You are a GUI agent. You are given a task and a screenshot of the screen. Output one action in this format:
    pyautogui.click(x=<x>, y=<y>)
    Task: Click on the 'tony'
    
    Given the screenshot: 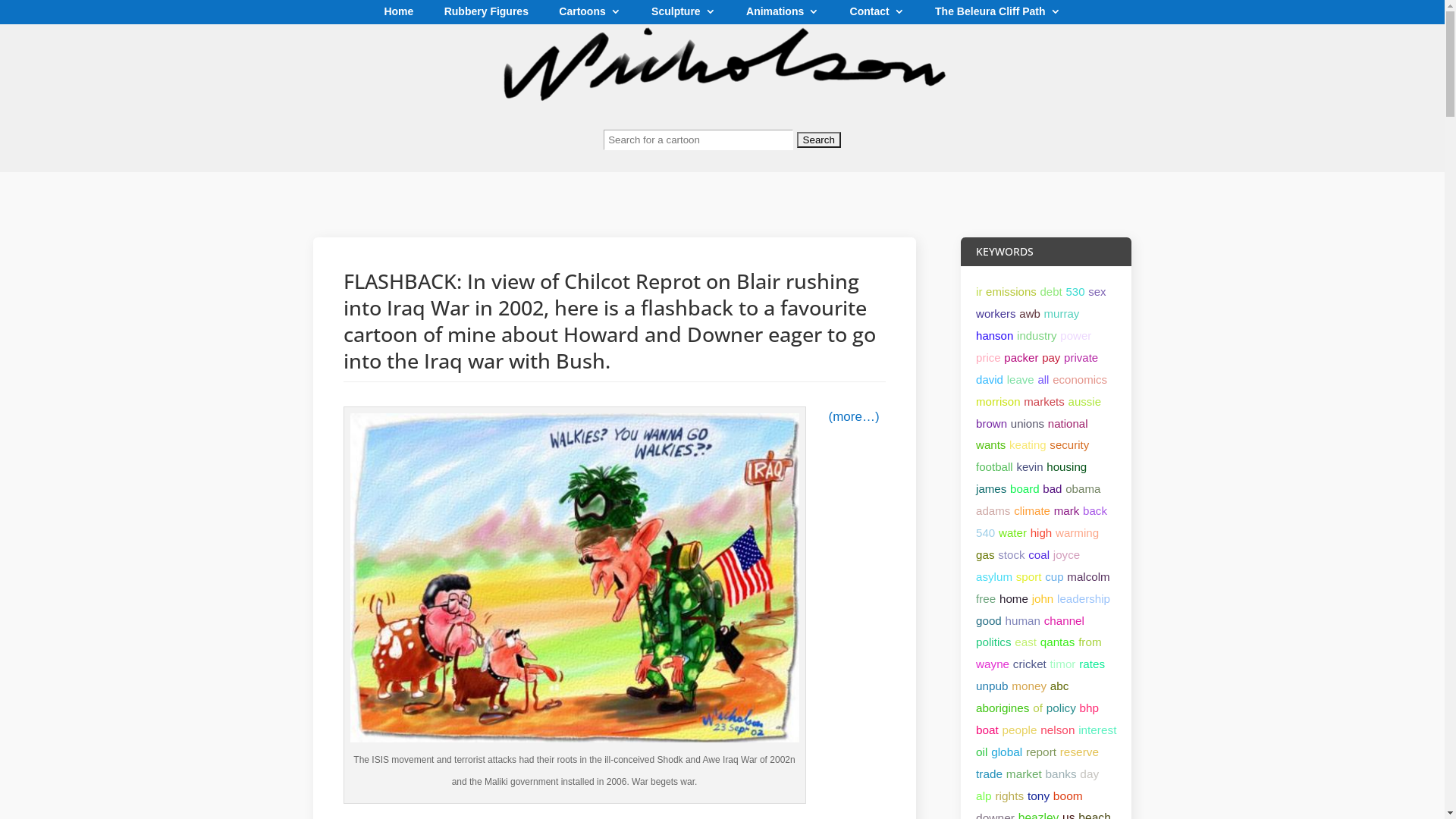 What is the action you would take?
    pyautogui.click(x=1037, y=795)
    